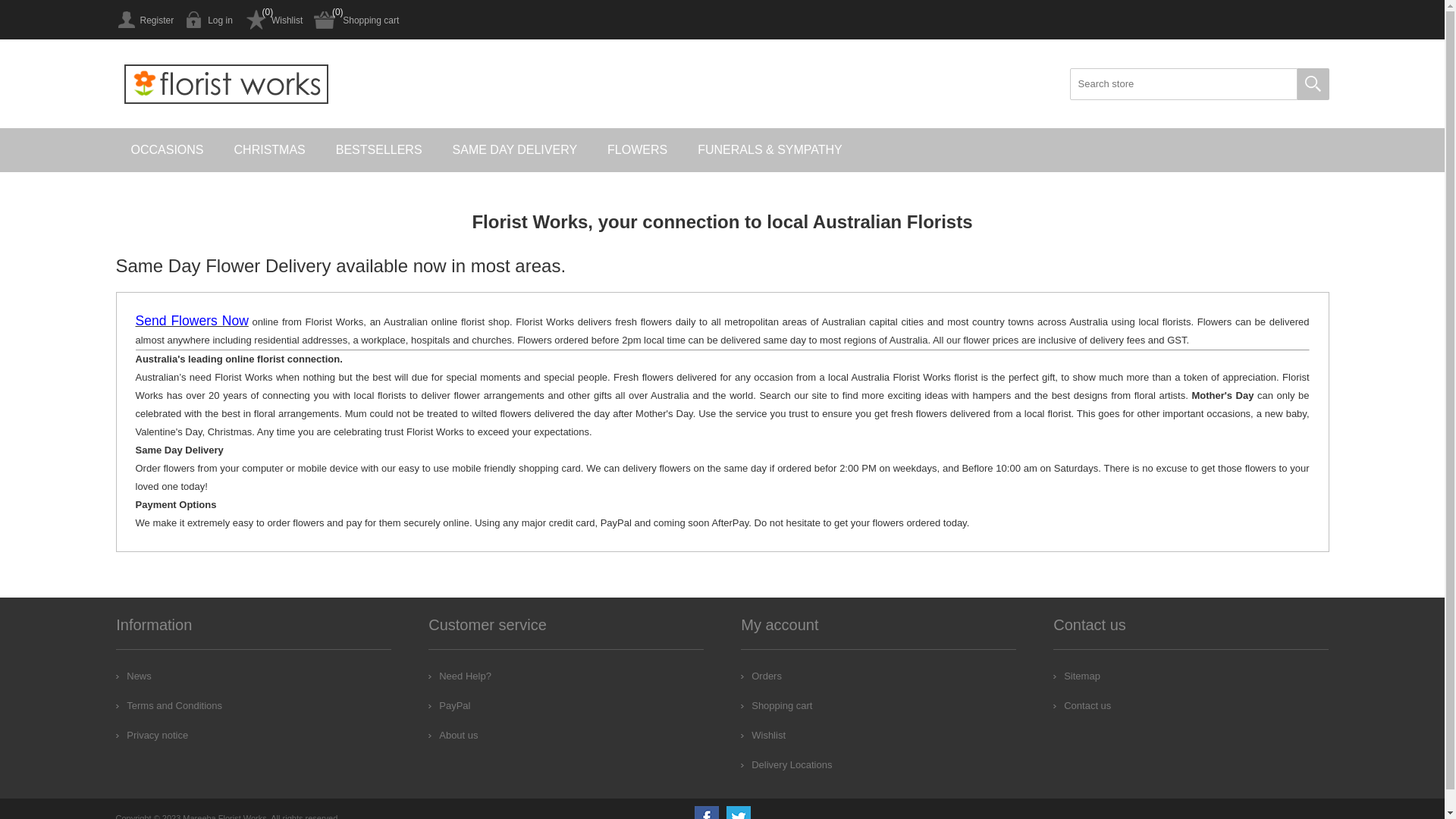 The width and height of the screenshot is (1456, 819). What do you see at coordinates (770, 149) in the screenshot?
I see `'FUNERALS & SYMPATHY'` at bounding box center [770, 149].